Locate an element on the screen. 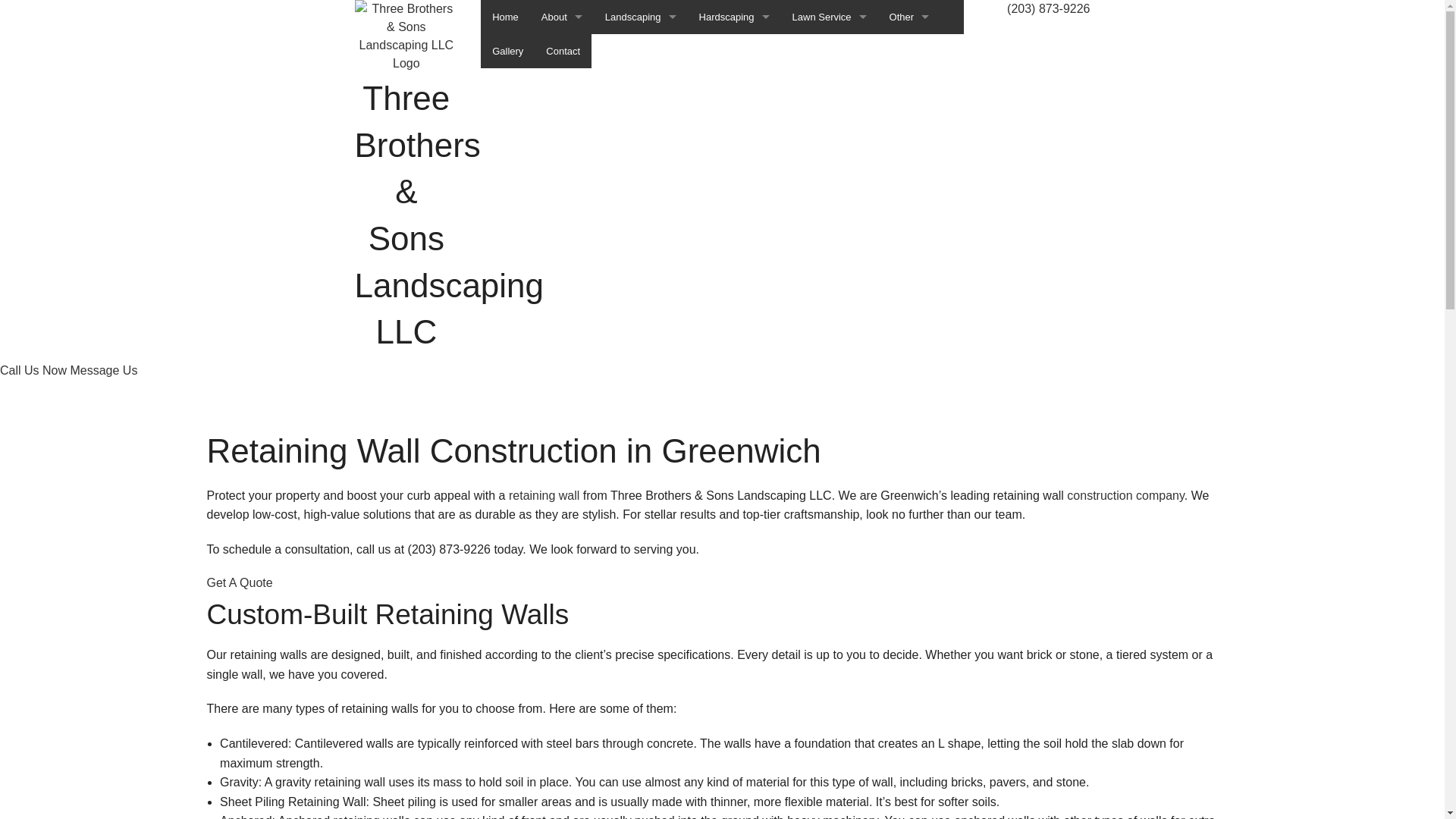 The height and width of the screenshot is (819, 1456). 'Residential Snow Removal' is located at coordinates (909, 596).